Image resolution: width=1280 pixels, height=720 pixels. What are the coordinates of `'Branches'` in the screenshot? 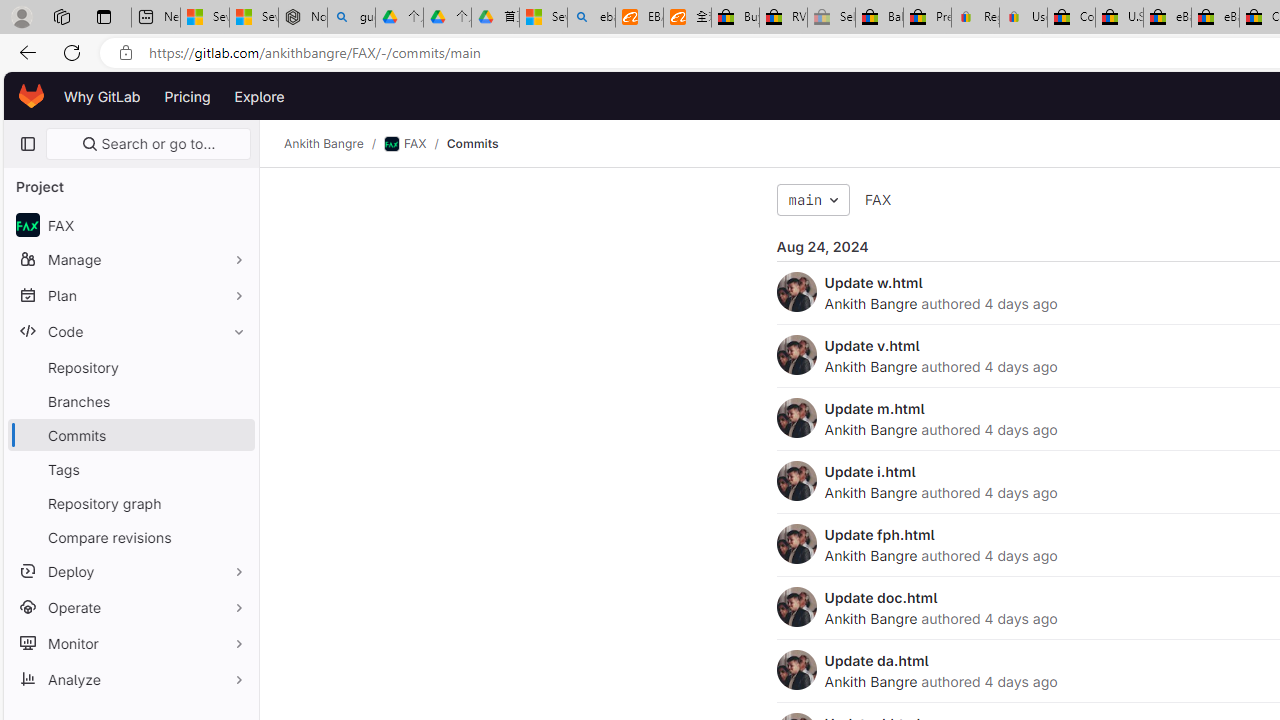 It's located at (130, 401).